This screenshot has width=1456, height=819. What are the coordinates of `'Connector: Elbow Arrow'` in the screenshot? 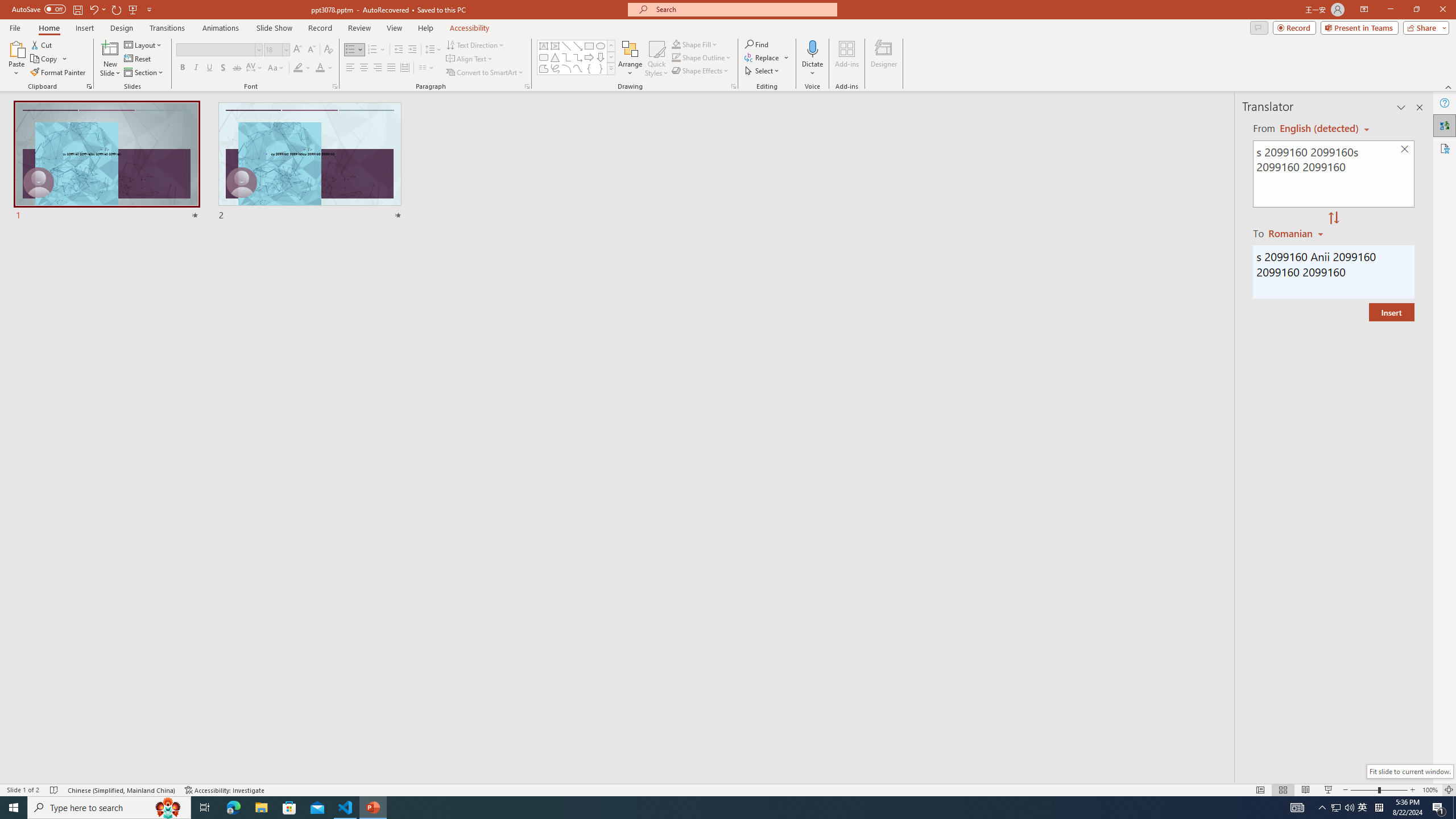 It's located at (577, 56).